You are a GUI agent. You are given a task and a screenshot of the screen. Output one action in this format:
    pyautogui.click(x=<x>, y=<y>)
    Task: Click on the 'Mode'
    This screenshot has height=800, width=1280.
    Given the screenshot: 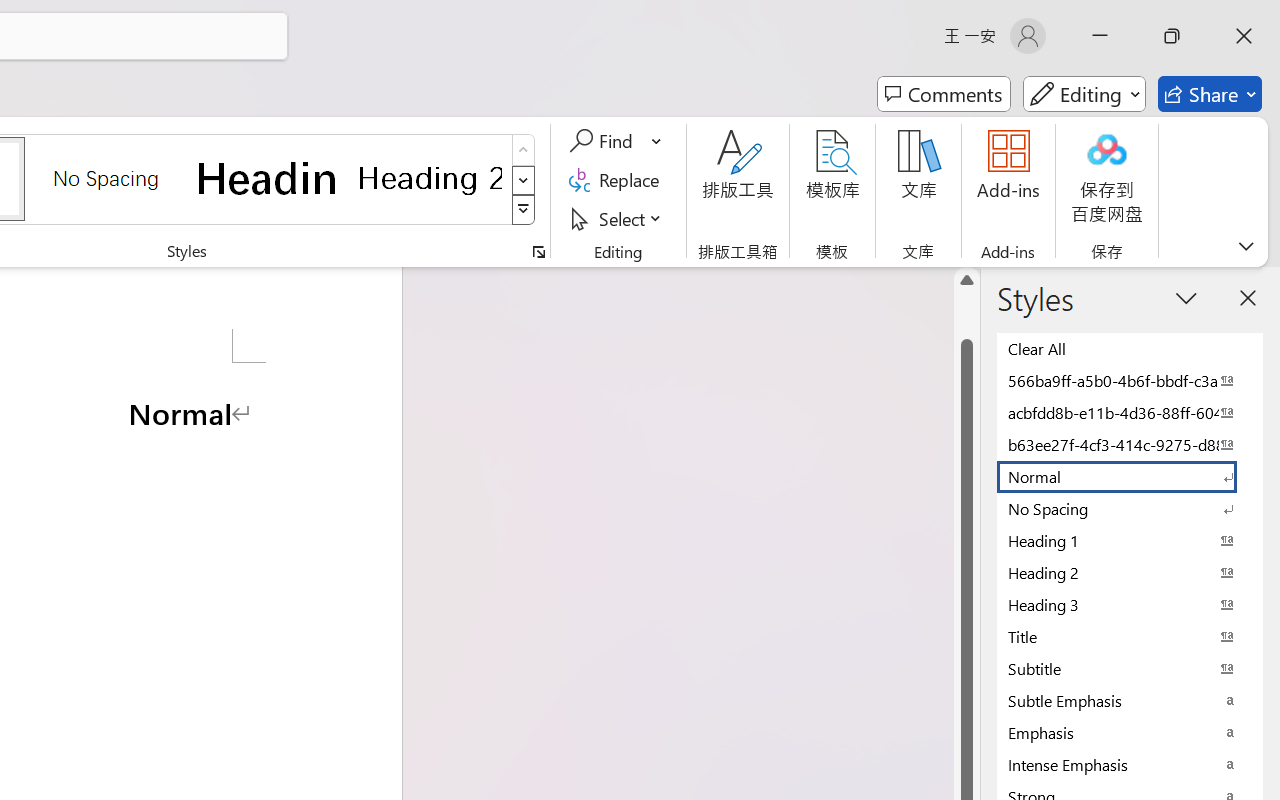 What is the action you would take?
    pyautogui.click(x=1083, y=94)
    